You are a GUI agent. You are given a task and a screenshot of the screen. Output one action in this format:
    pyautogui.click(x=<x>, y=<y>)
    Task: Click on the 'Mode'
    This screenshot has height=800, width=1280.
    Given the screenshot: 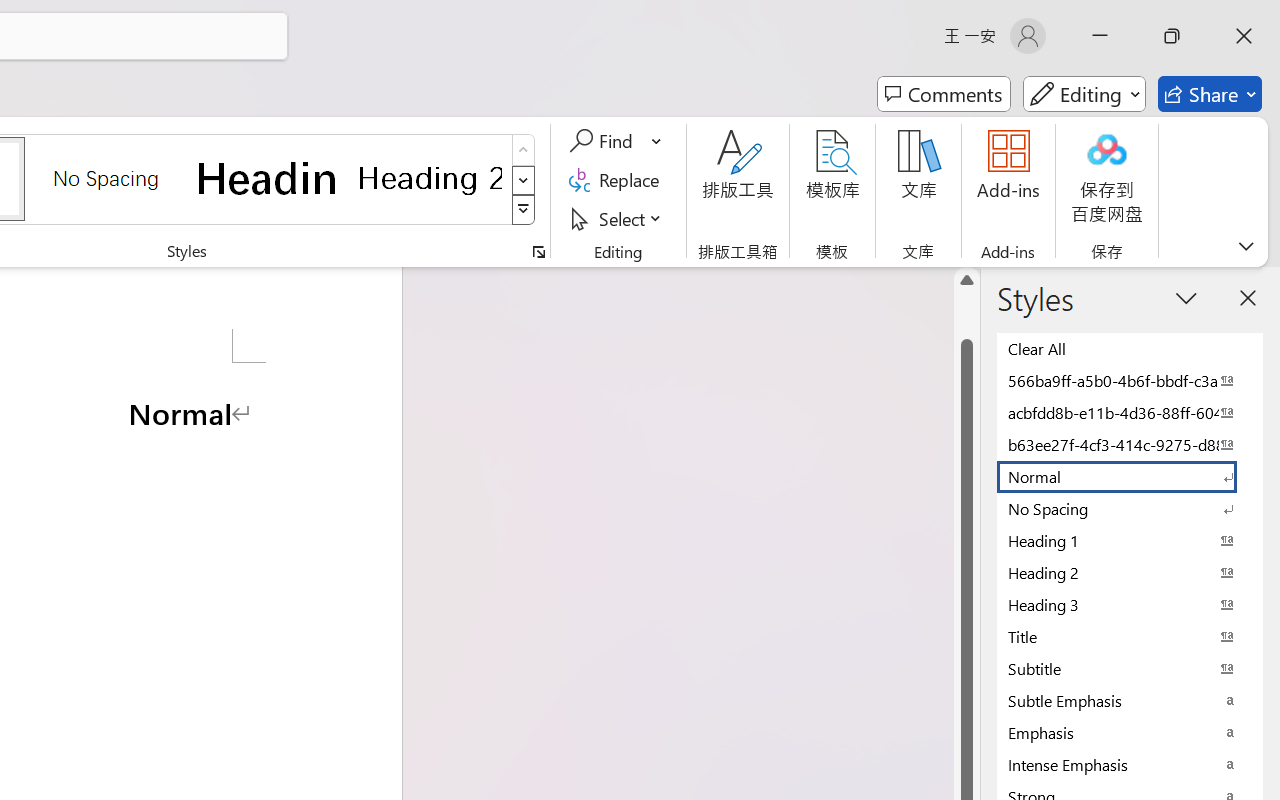 What is the action you would take?
    pyautogui.click(x=1083, y=94)
    